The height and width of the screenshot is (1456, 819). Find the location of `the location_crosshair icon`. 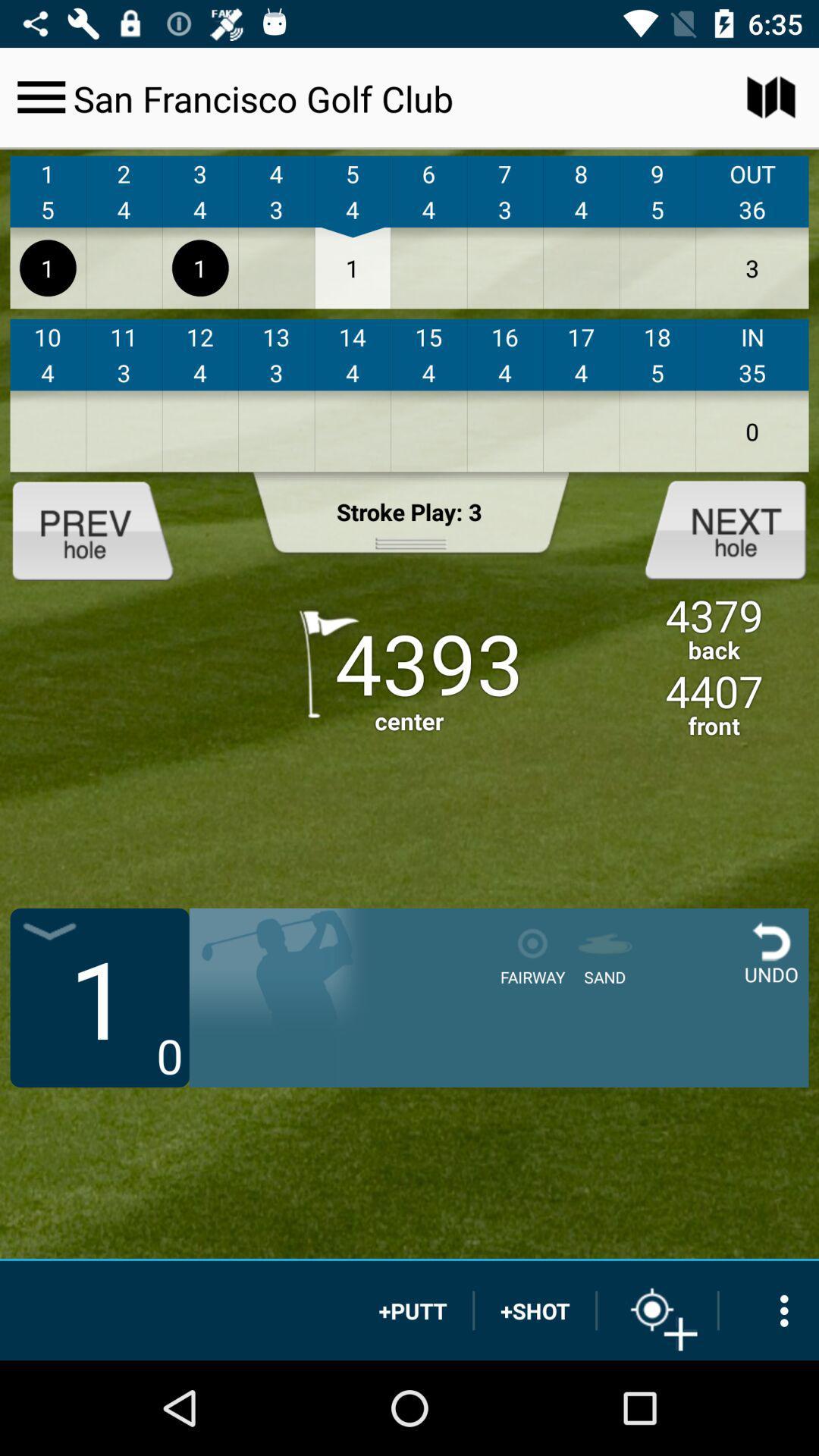

the location_crosshair icon is located at coordinates (657, 1310).